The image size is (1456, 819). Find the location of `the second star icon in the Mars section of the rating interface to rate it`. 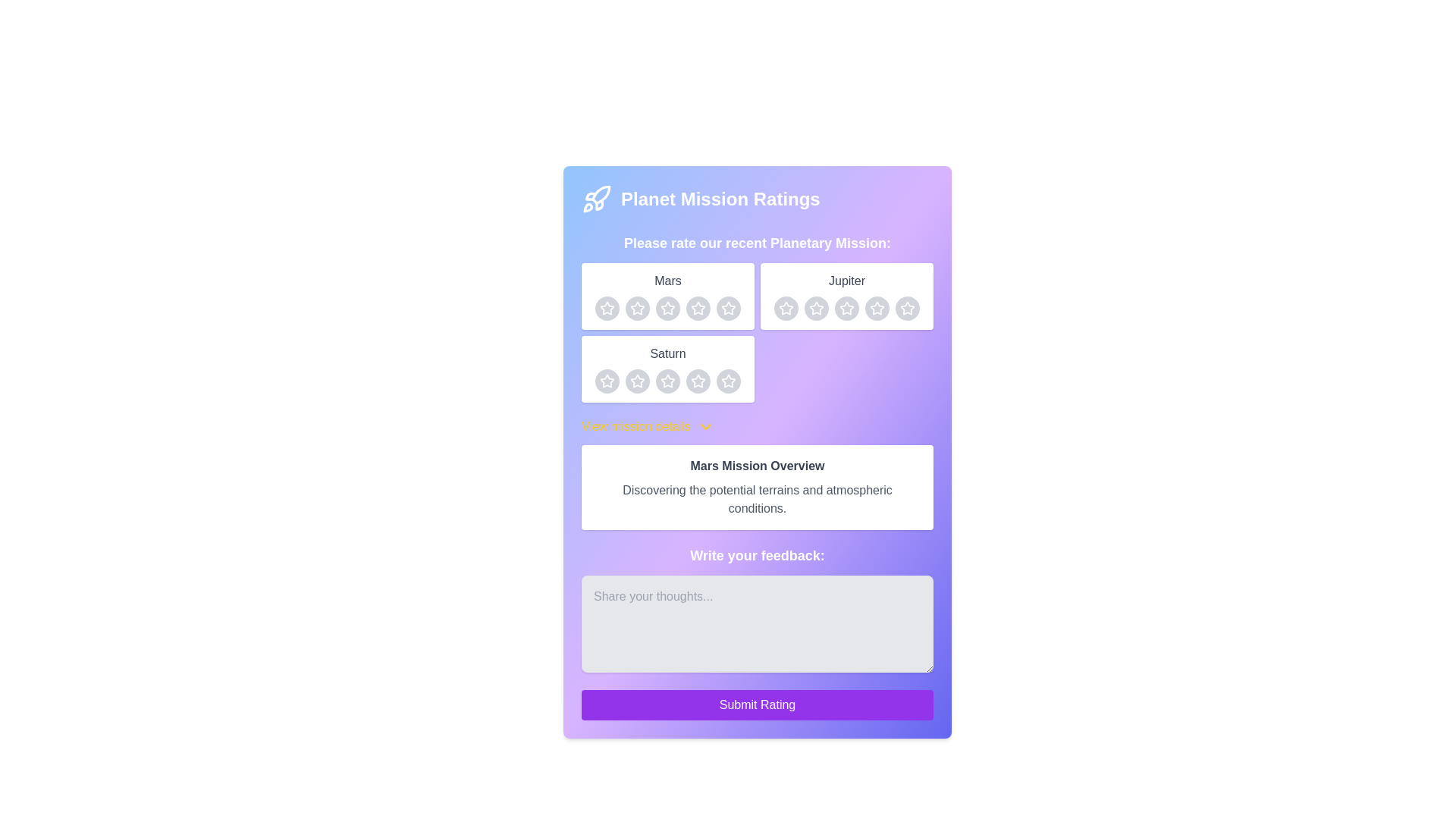

the second star icon in the Mars section of the rating interface to rate it is located at coordinates (637, 307).